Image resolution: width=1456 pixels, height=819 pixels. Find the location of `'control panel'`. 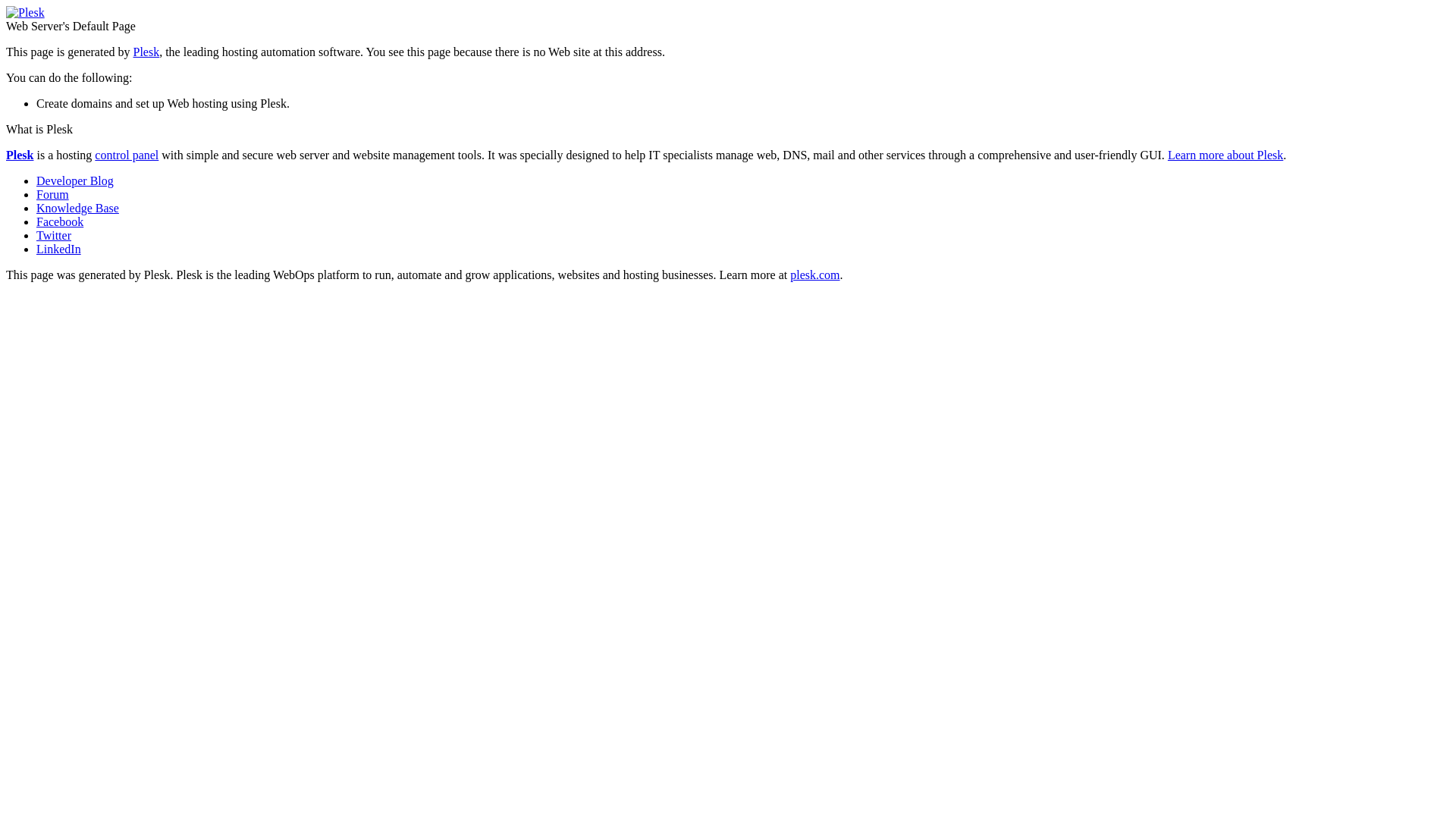

'control panel' is located at coordinates (93, 155).